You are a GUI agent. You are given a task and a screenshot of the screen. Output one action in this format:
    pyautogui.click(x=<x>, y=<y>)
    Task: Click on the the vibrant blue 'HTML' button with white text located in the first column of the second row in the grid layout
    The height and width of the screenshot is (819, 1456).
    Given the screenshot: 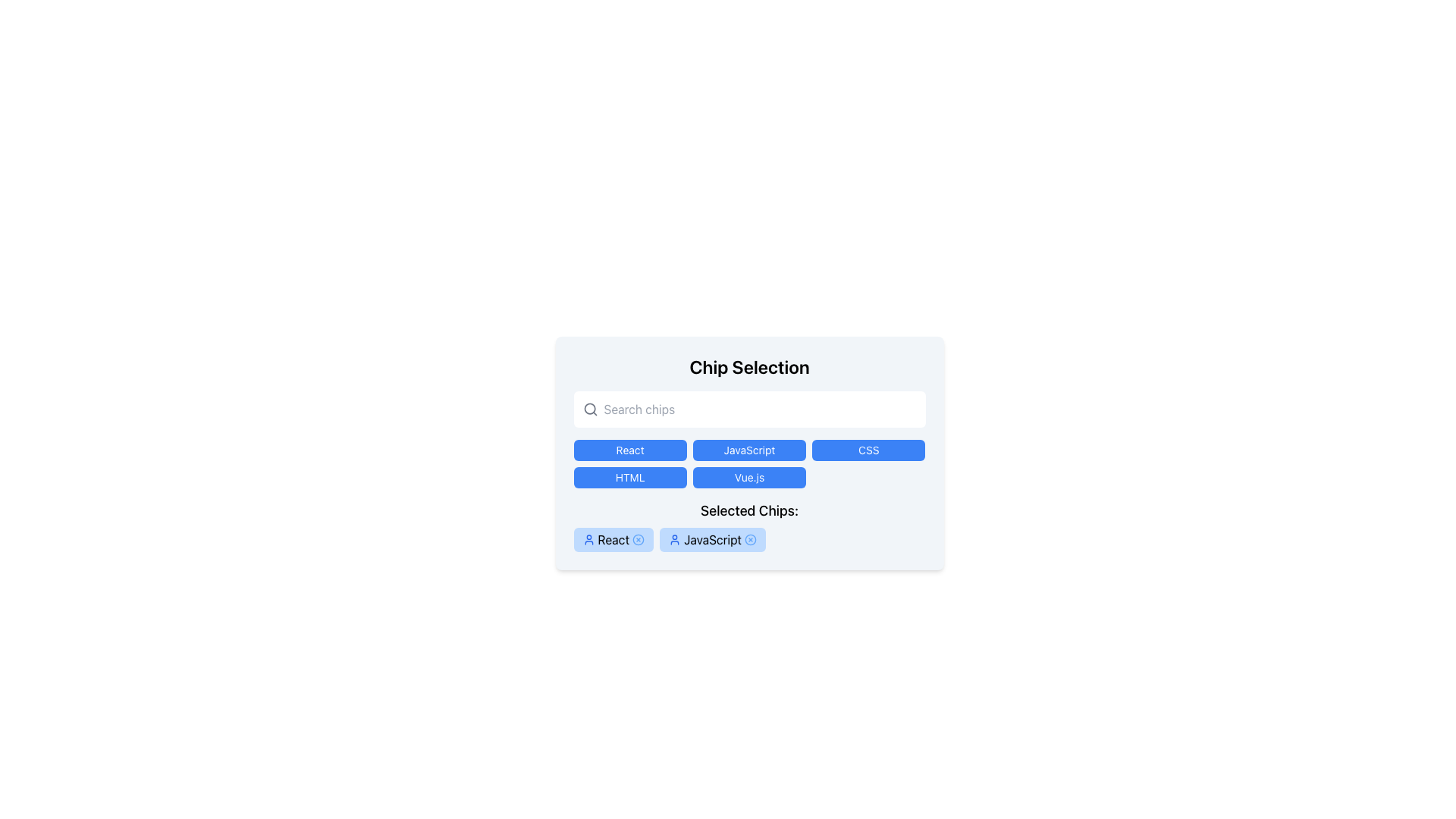 What is the action you would take?
    pyautogui.click(x=630, y=476)
    